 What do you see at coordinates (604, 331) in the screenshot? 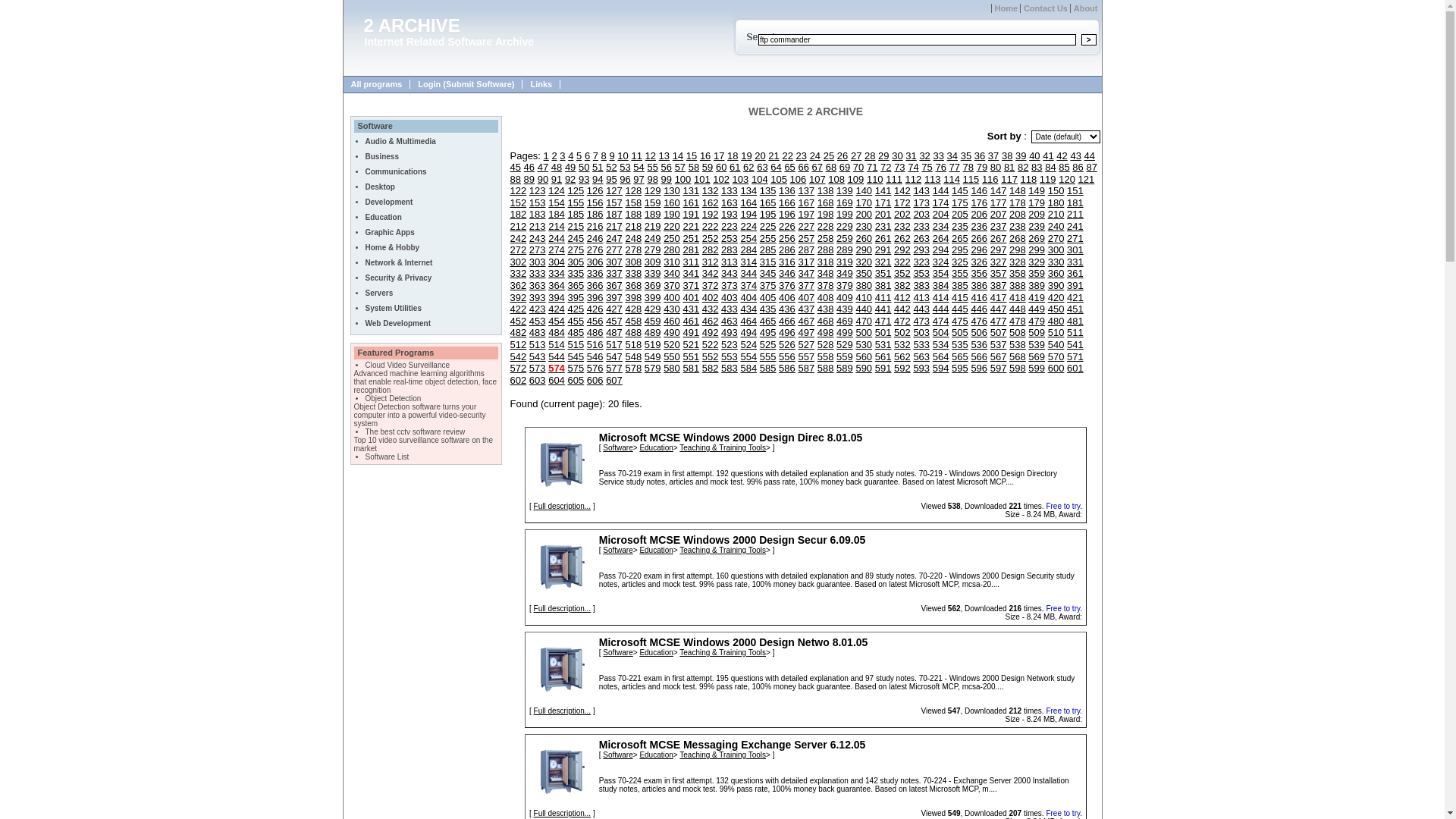
I see `'487'` at bounding box center [604, 331].